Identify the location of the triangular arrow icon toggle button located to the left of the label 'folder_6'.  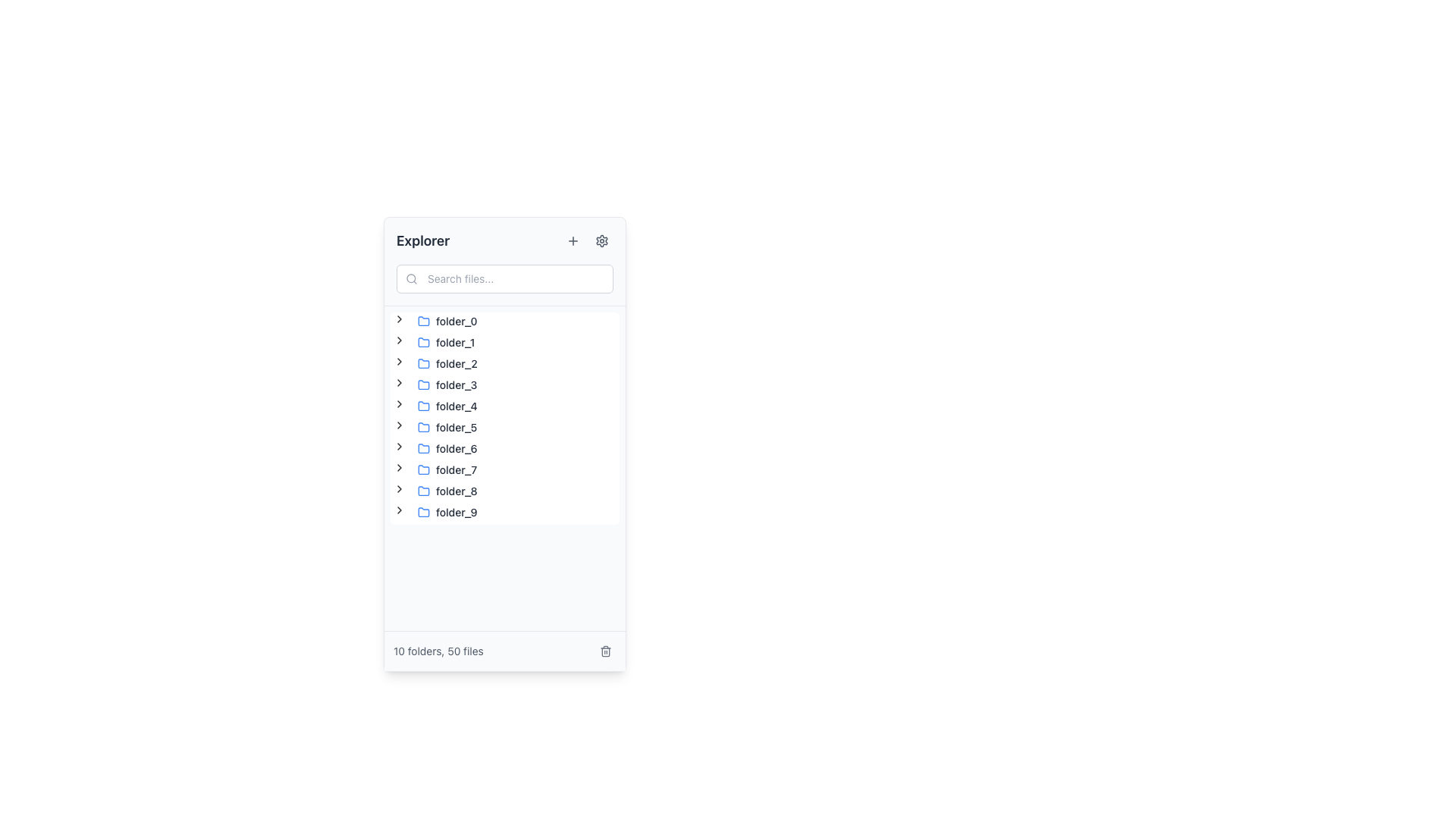
(400, 447).